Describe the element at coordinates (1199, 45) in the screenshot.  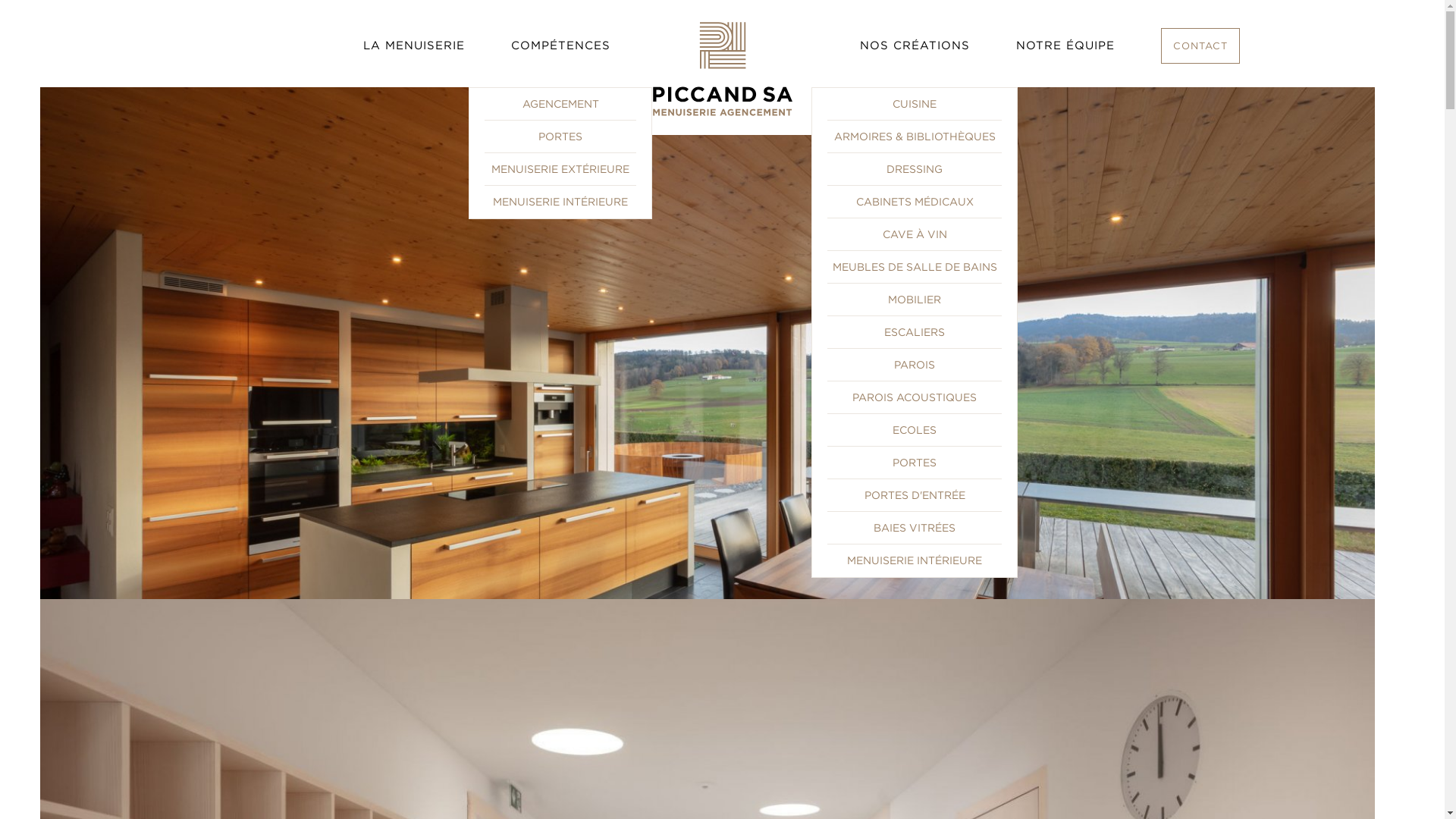
I see `'CONTACT'` at that location.